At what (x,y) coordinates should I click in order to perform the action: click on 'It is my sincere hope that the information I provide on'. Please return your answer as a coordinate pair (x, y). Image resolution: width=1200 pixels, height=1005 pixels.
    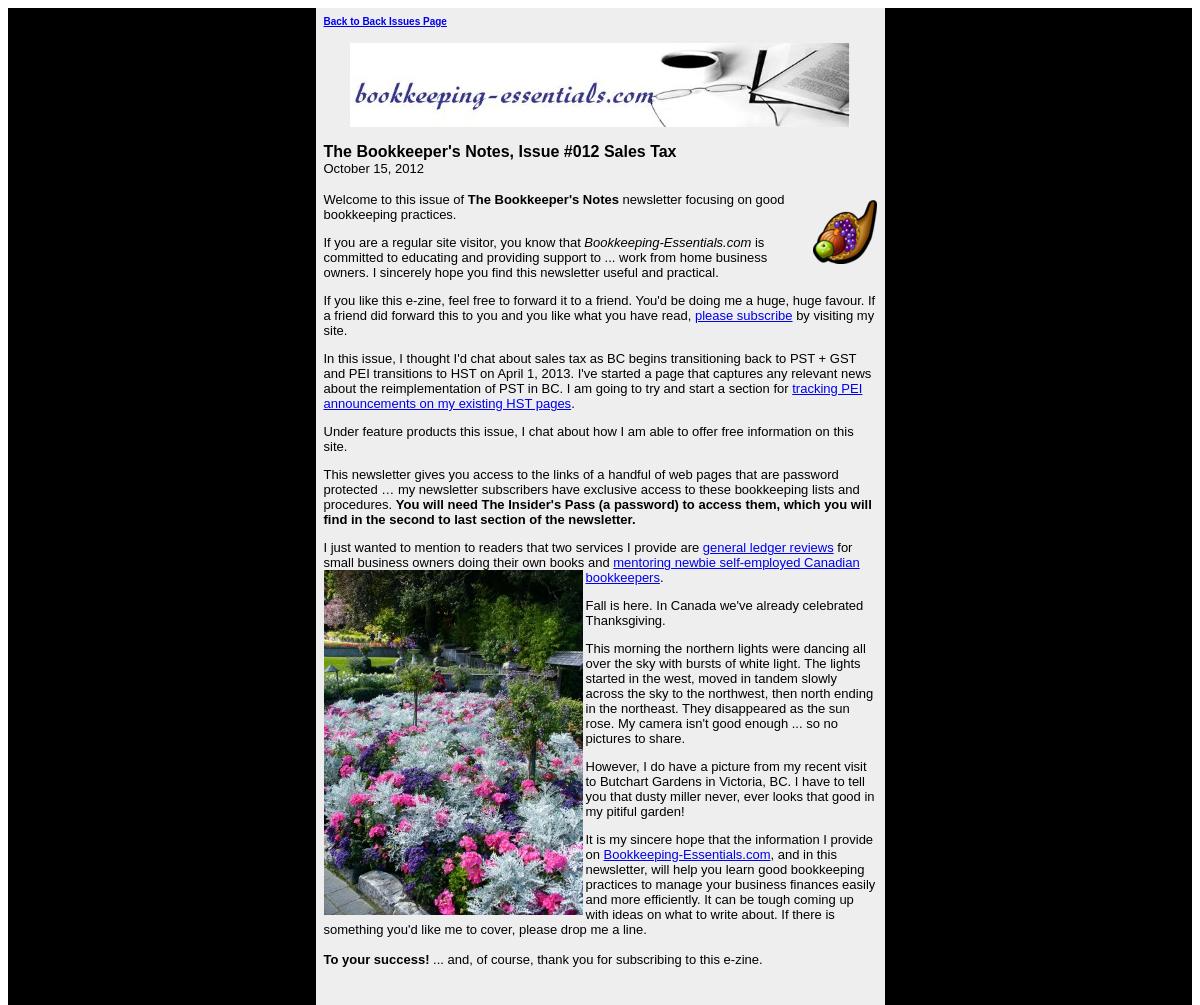
    Looking at the image, I should click on (729, 846).